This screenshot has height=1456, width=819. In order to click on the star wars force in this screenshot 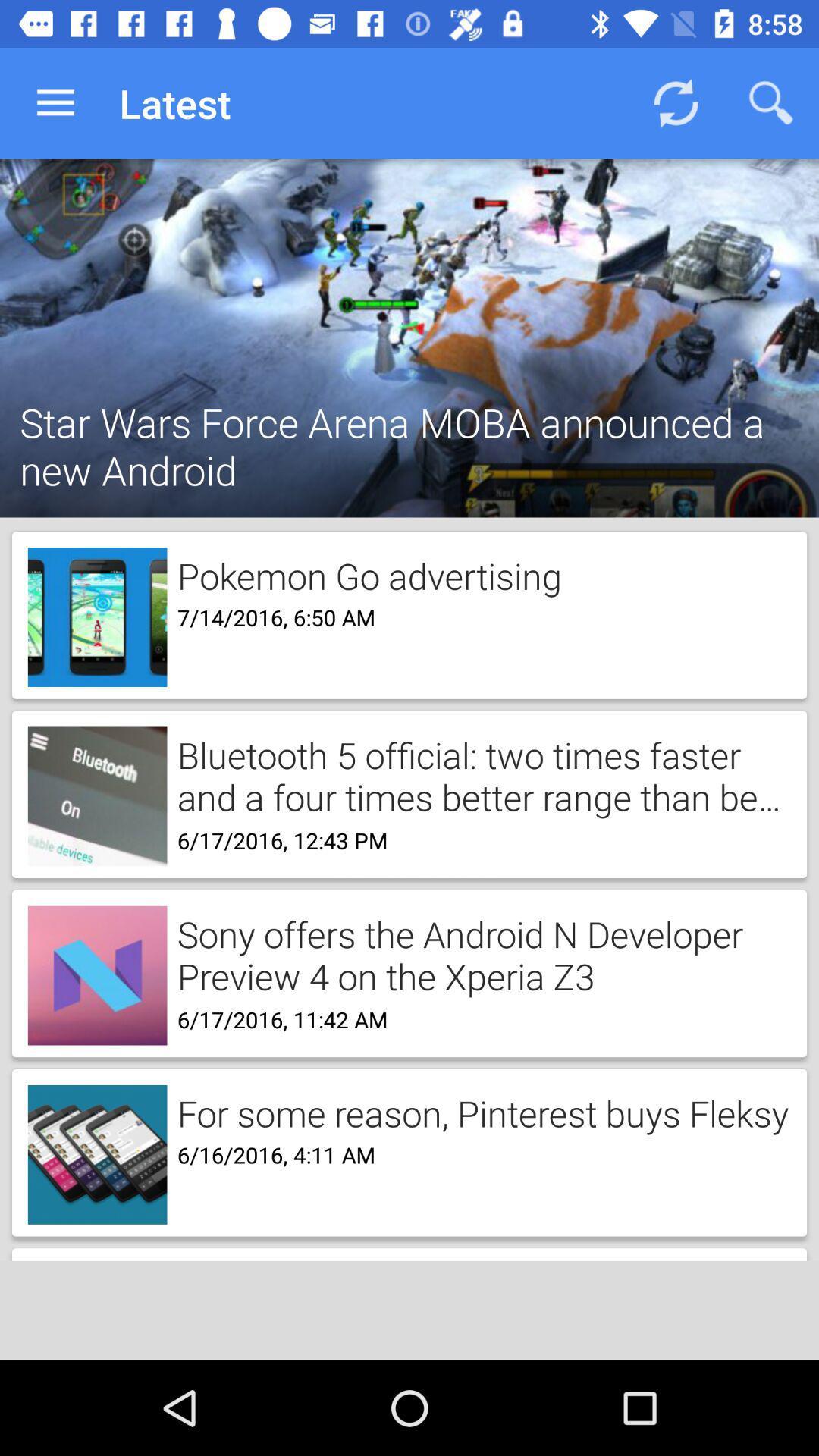, I will do `click(409, 425)`.